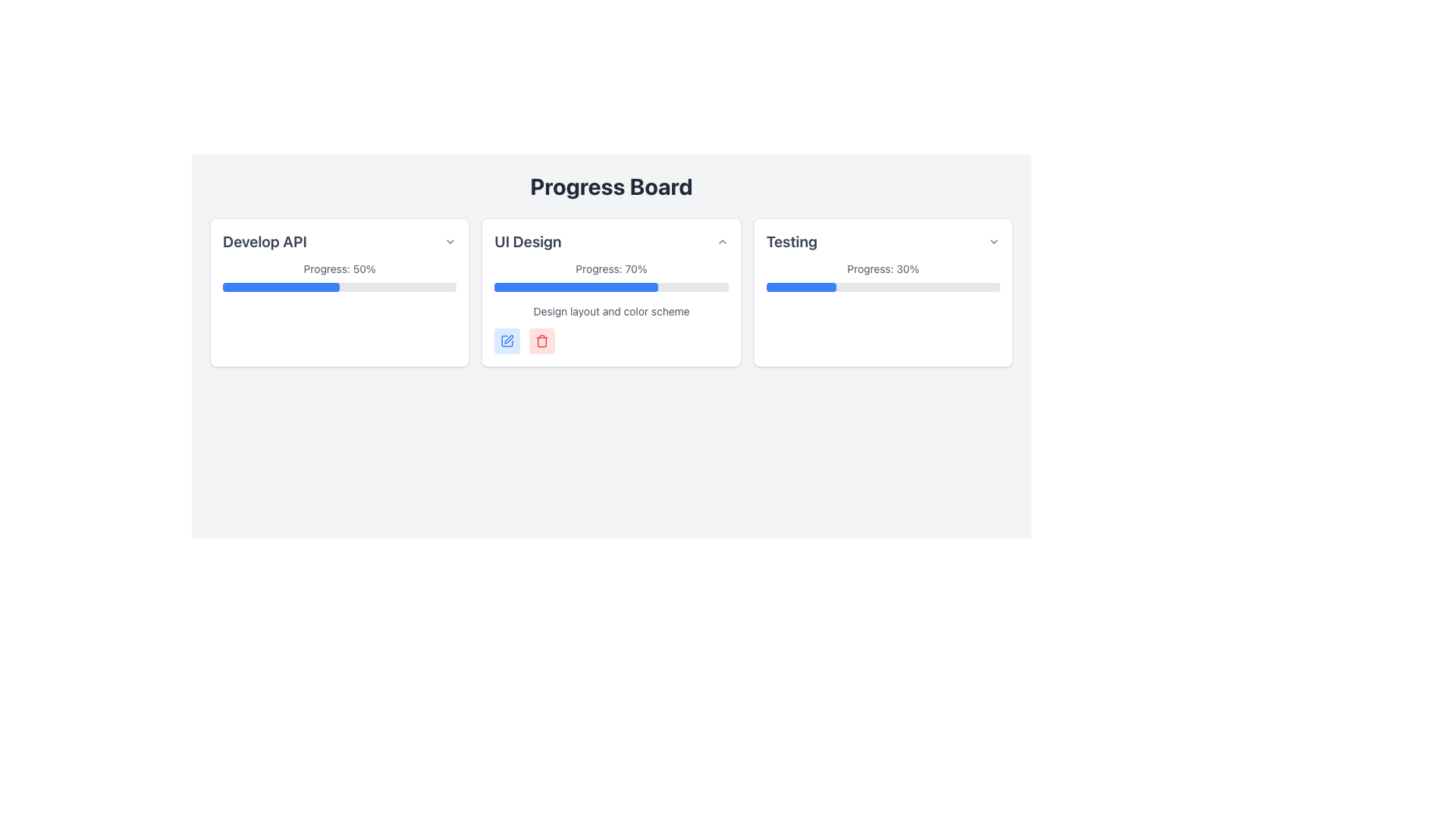 The height and width of the screenshot is (819, 1456). I want to click on the leftmost button with a light blue background and a pen icon in the 'UI Design' section, so click(507, 341).